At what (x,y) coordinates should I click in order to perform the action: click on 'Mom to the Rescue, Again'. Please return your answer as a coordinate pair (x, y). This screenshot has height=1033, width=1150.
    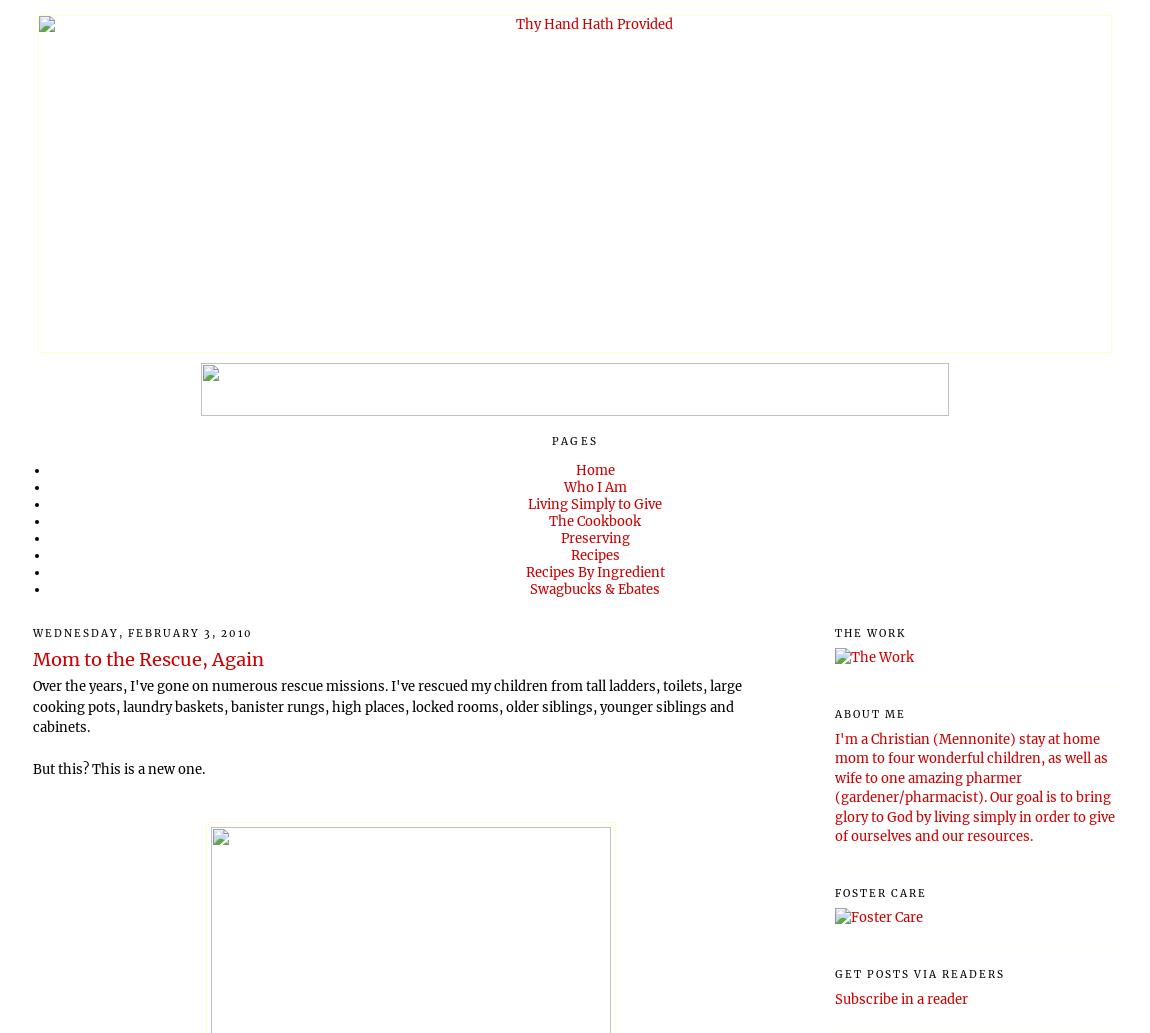
    Looking at the image, I should click on (146, 658).